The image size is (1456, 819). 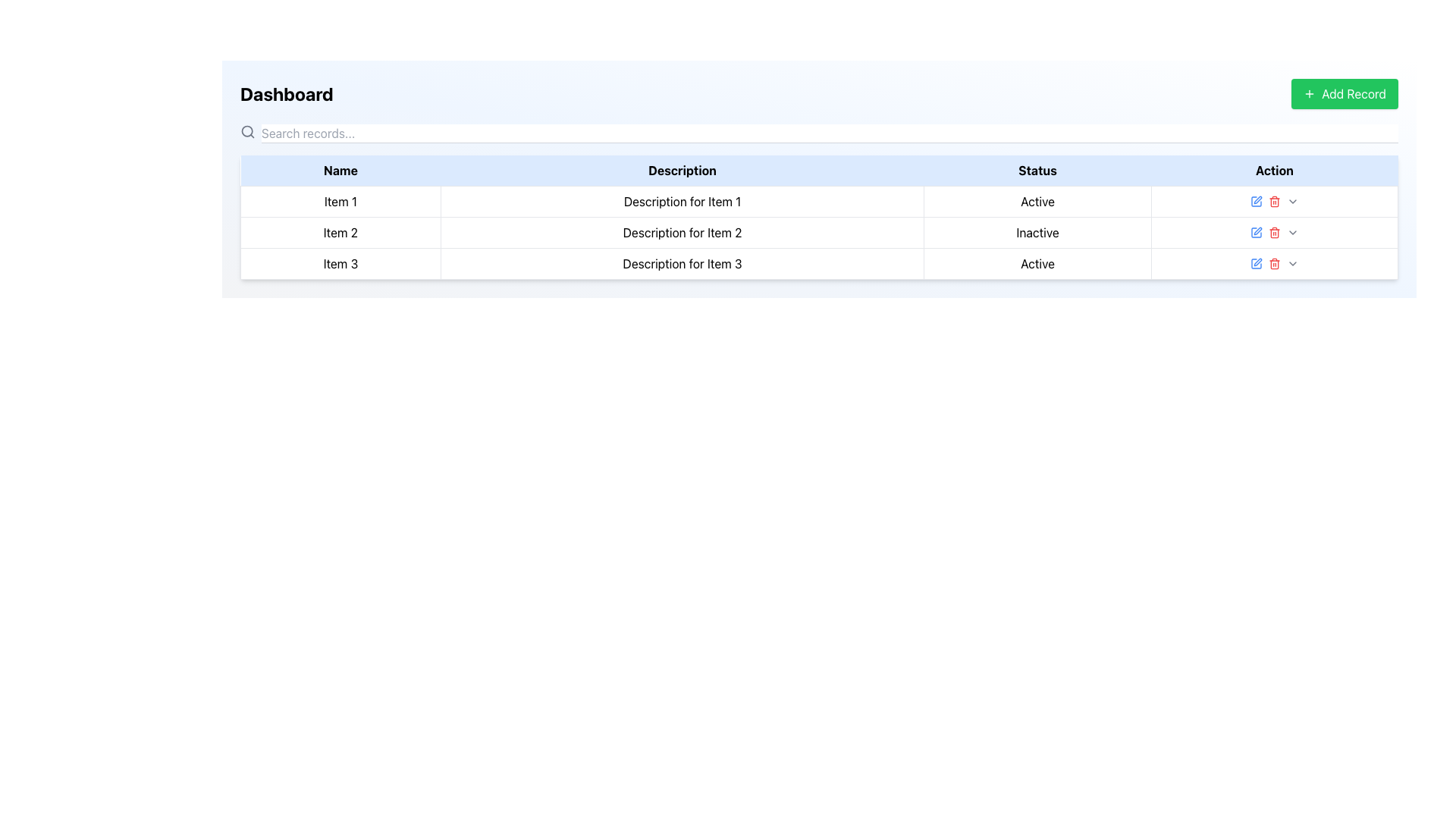 I want to click on the blue button with a pen icon in the 'Action' column of the second row, so click(x=1256, y=233).